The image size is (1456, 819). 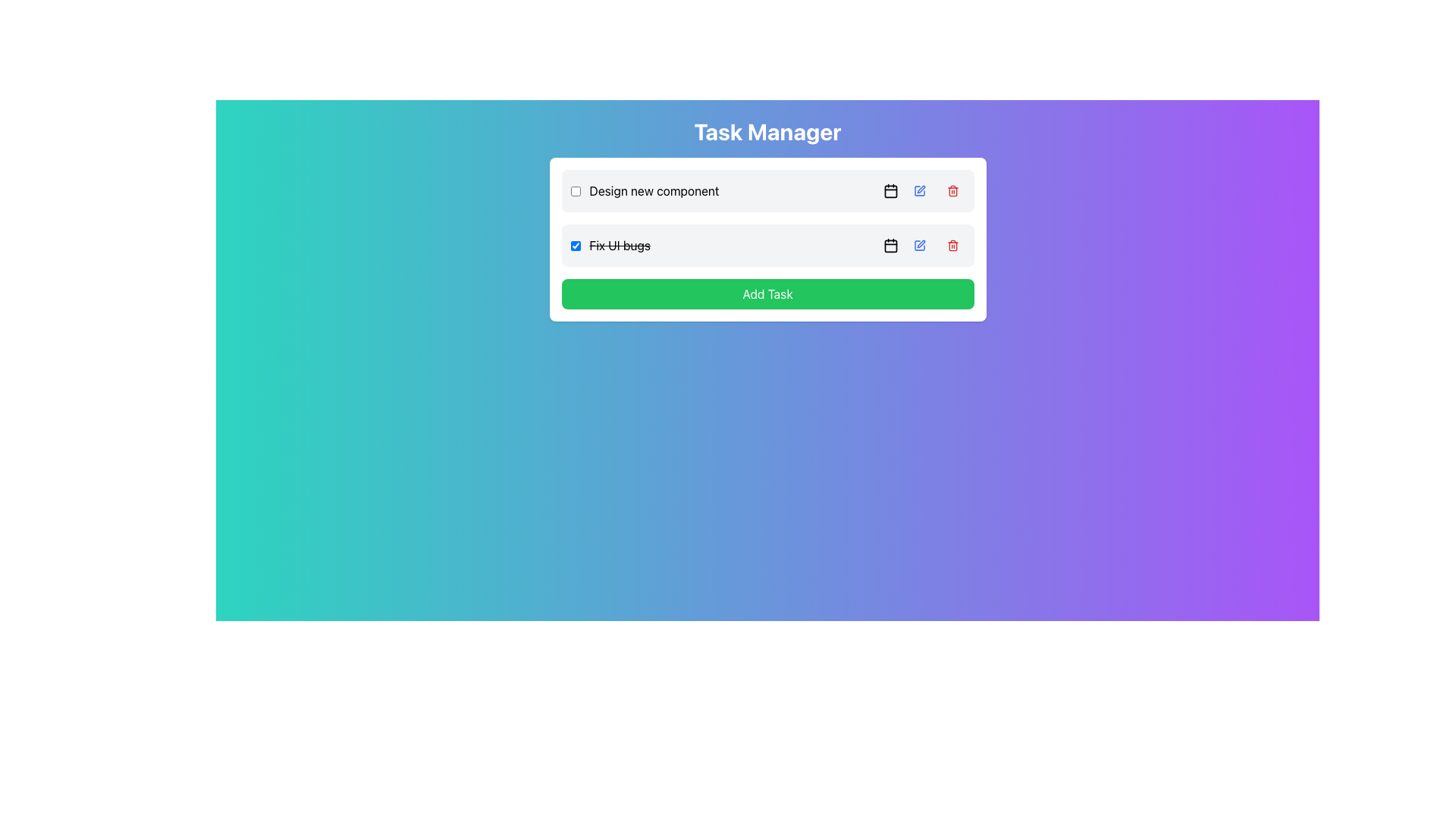 What do you see at coordinates (610, 245) in the screenshot?
I see `the labeled text 'Fix UI bugs' with strikethrough` at bounding box center [610, 245].